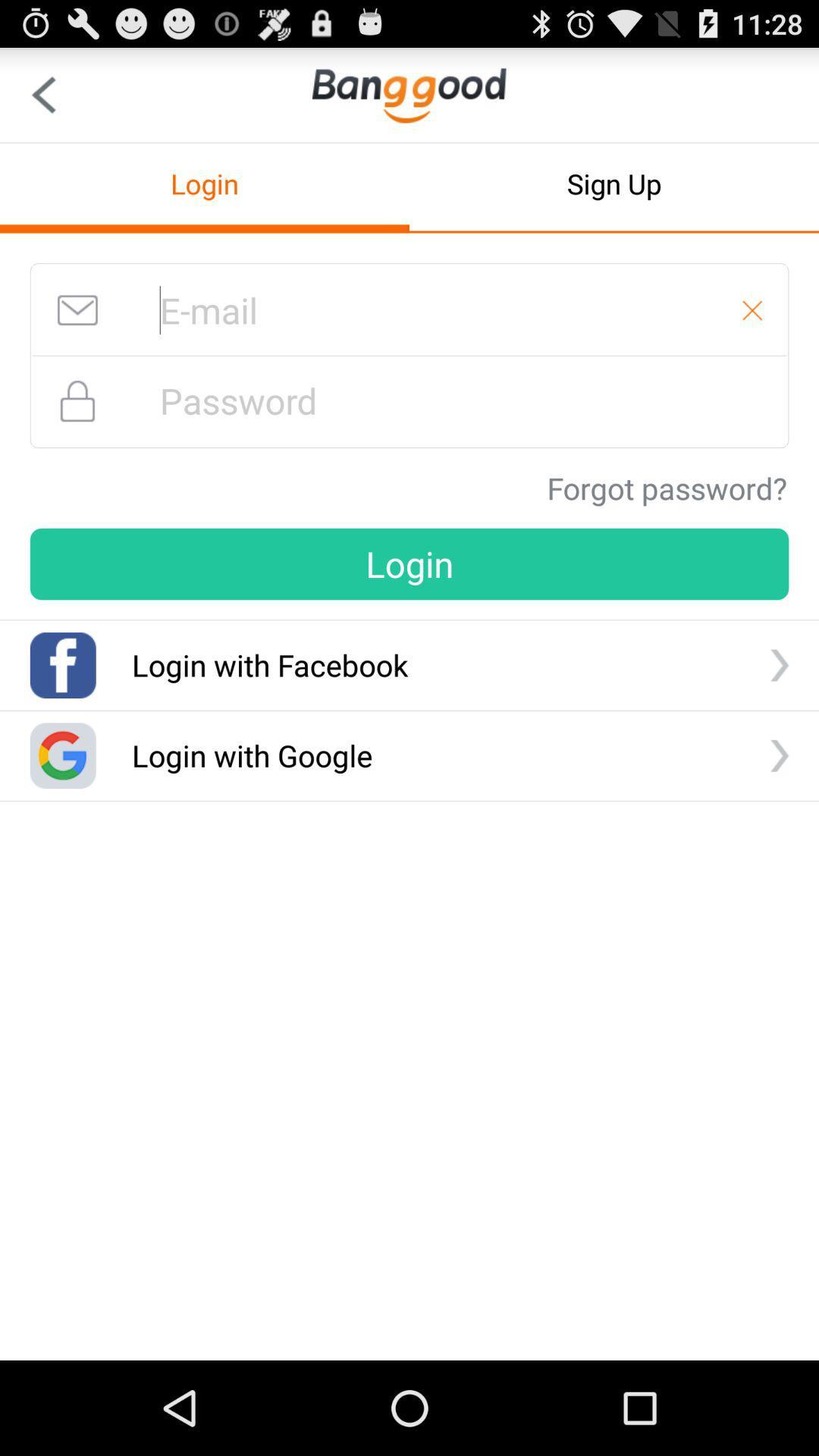 The height and width of the screenshot is (1456, 819). Describe the element at coordinates (752, 309) in the screenshot. I see `clear` at that location.